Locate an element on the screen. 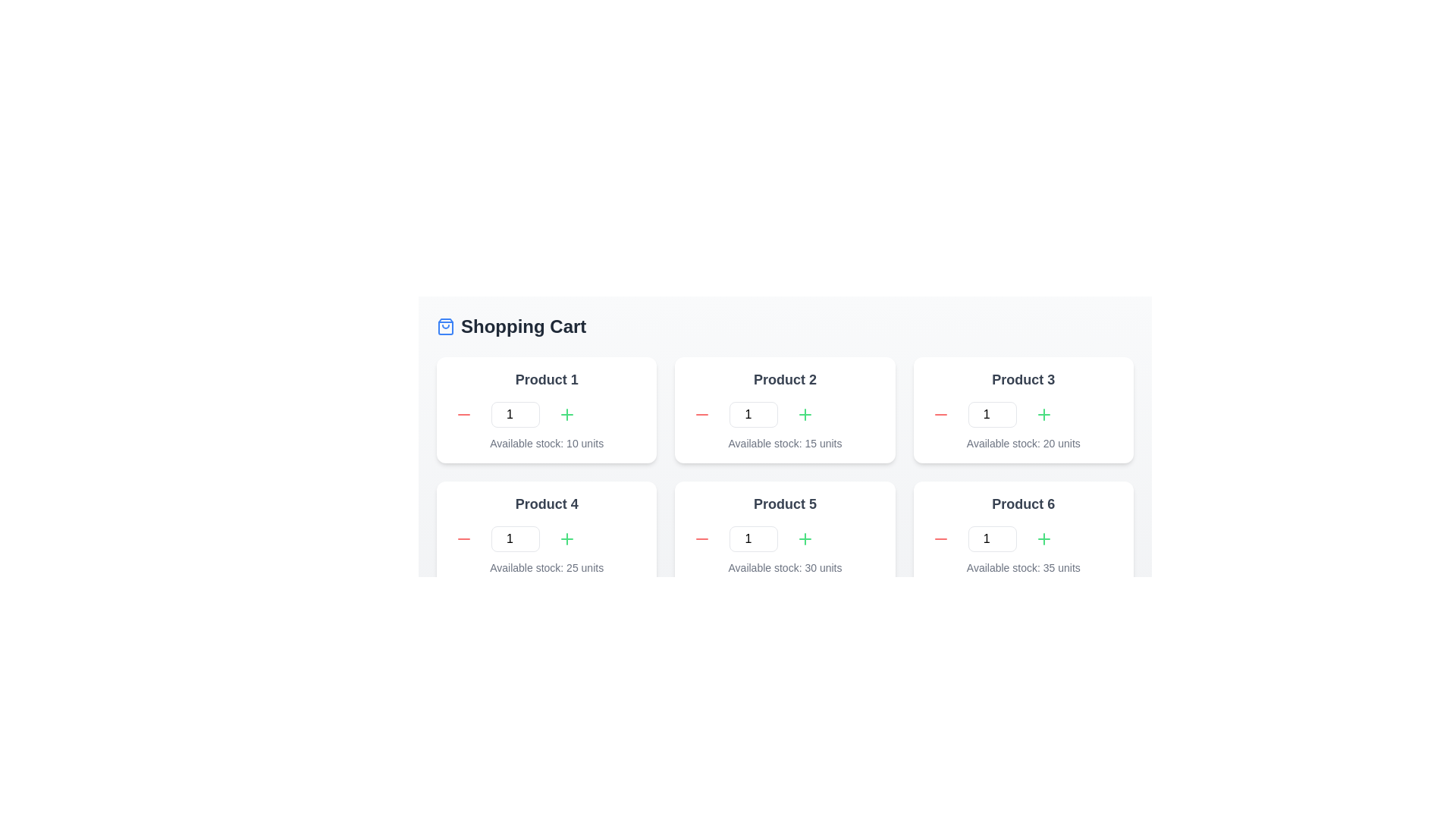  the text label displaying 'Product 2', which is styled with a bold font and dark gray color, located in the upper section of the second product card in the shopping cart interface is located at coordinates (785, 379).